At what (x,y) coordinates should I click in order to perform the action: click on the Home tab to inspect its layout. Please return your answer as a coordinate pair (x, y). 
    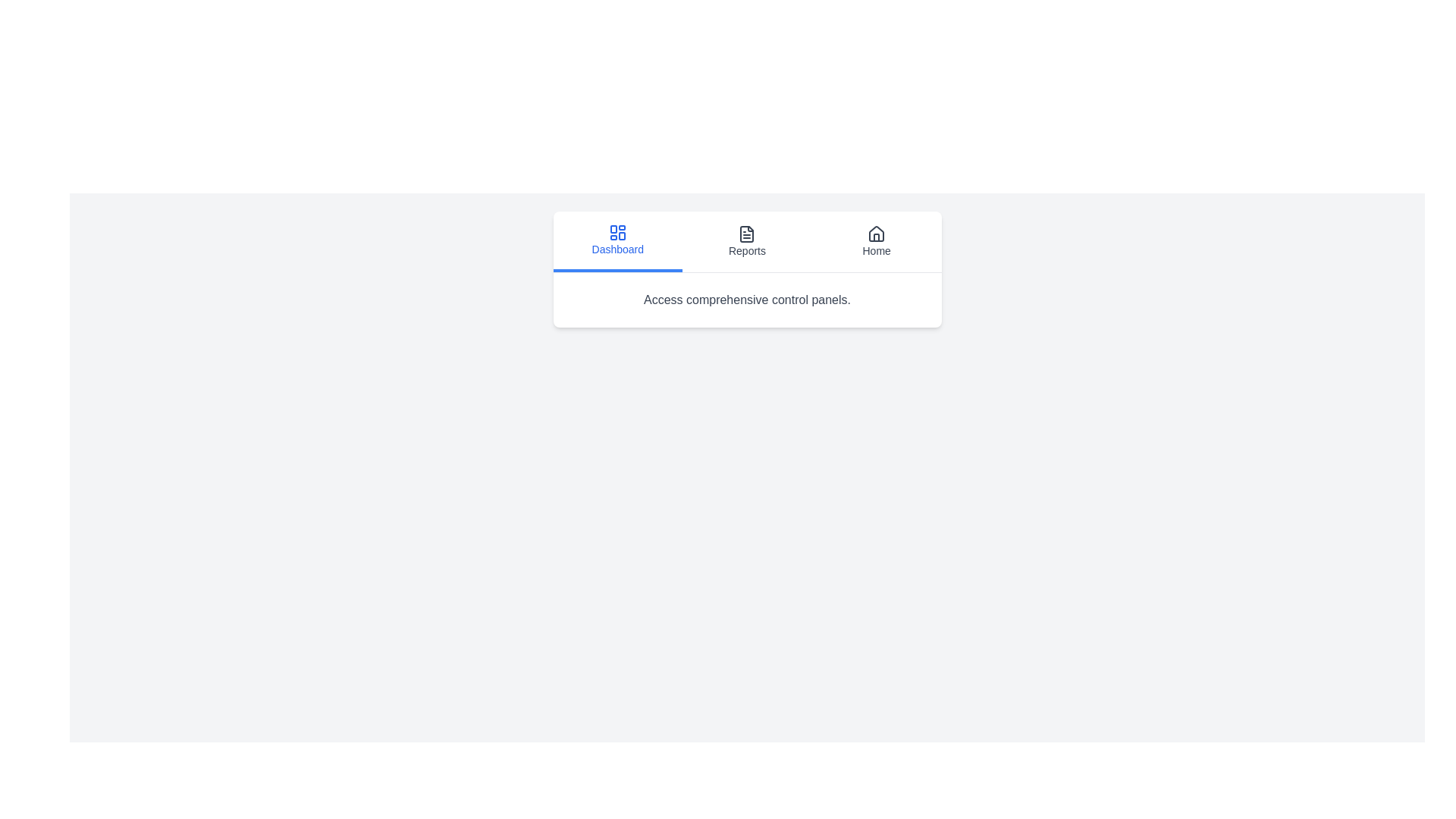
    Looking at the image, I should click on (877, 241).